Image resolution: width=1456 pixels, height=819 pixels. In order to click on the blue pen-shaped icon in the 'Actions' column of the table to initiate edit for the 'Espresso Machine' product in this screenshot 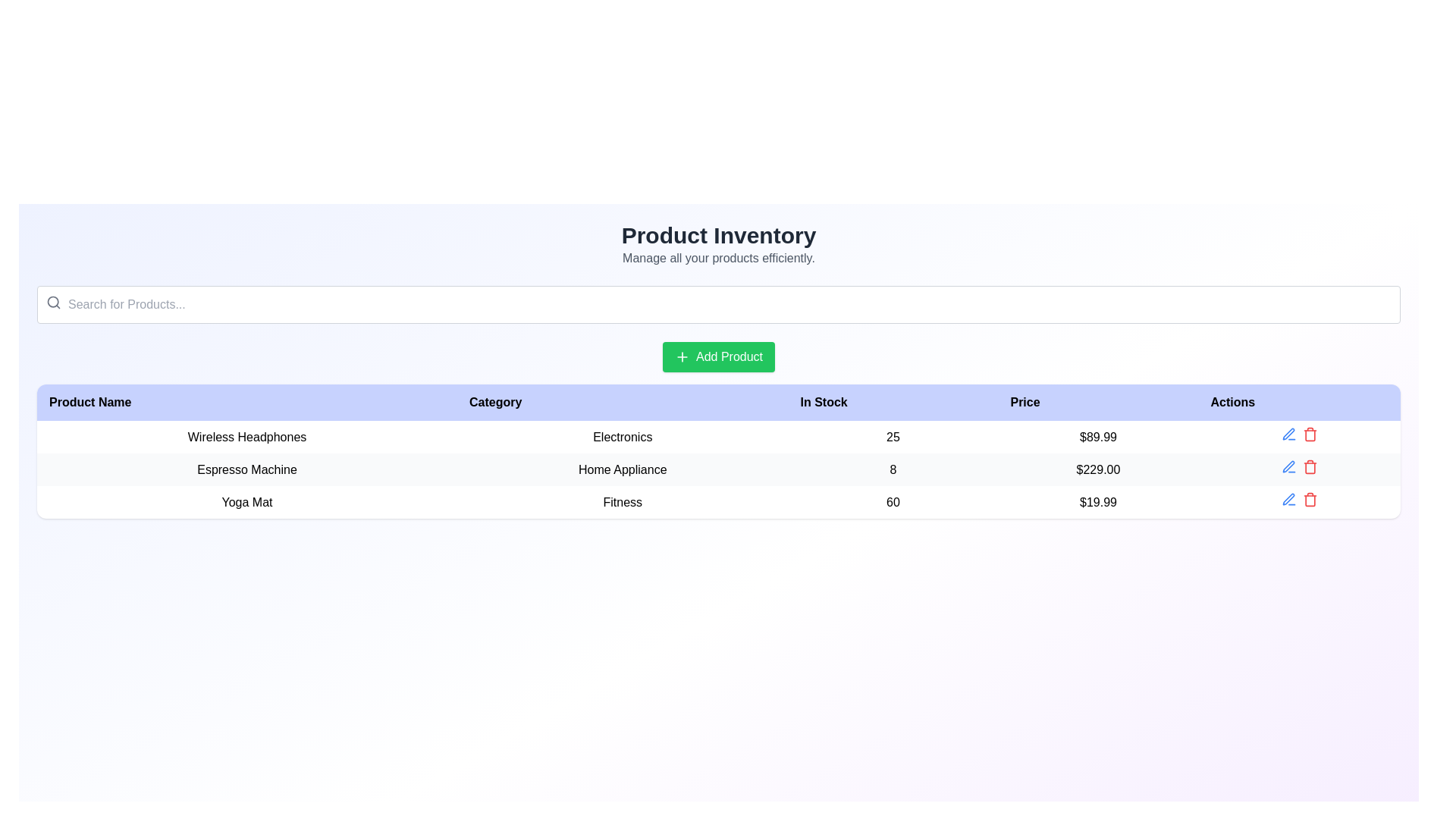, I will do `click(1288, 435)`.